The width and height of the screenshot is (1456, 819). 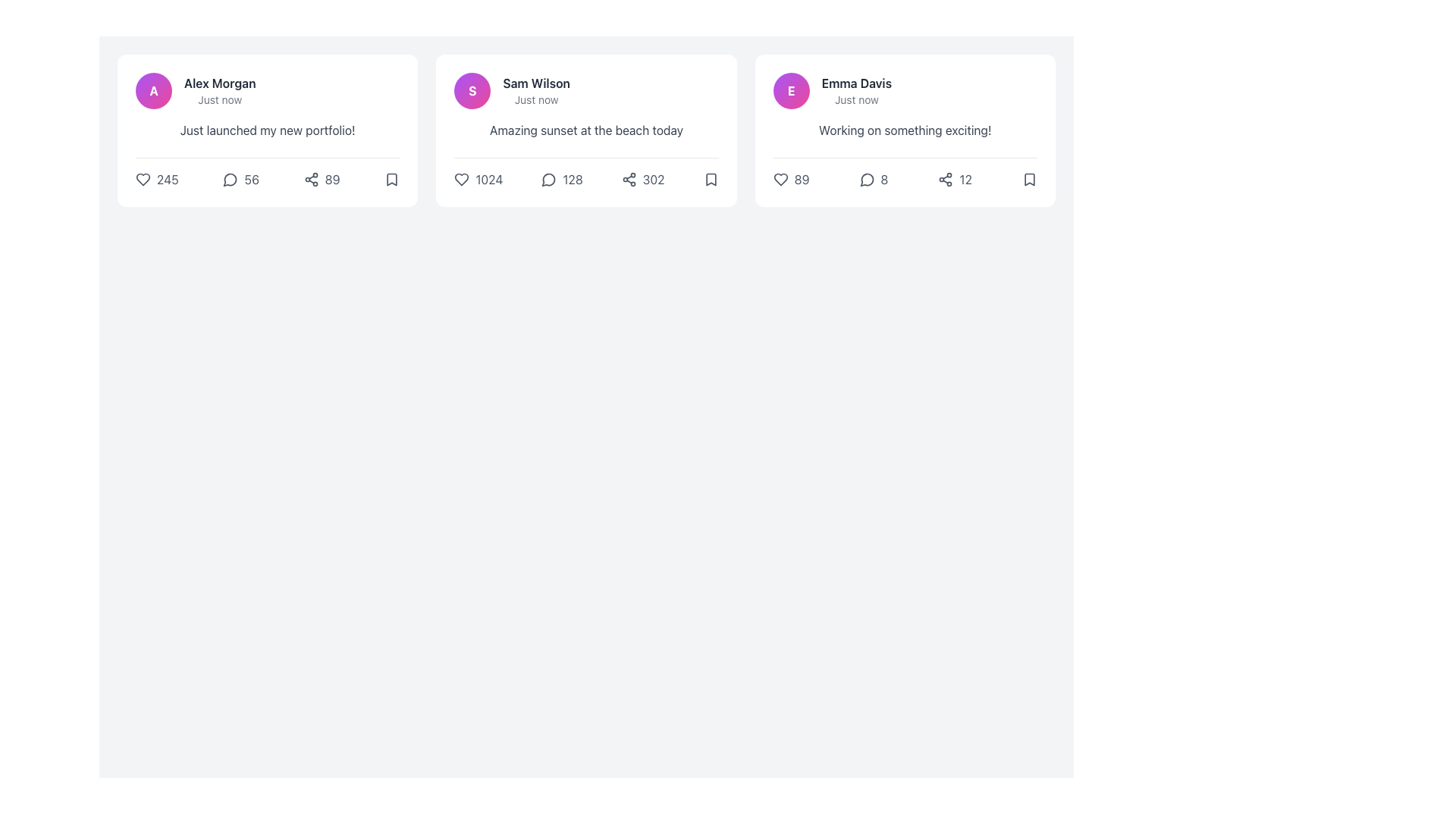 What do you see at coordinates (801, 178) in the screenshot?
I see `value displayed in the Text Label that shows the count or statistic related to the heart icon, located in the bottom section of a card interface` at bounding box center [801, 178].